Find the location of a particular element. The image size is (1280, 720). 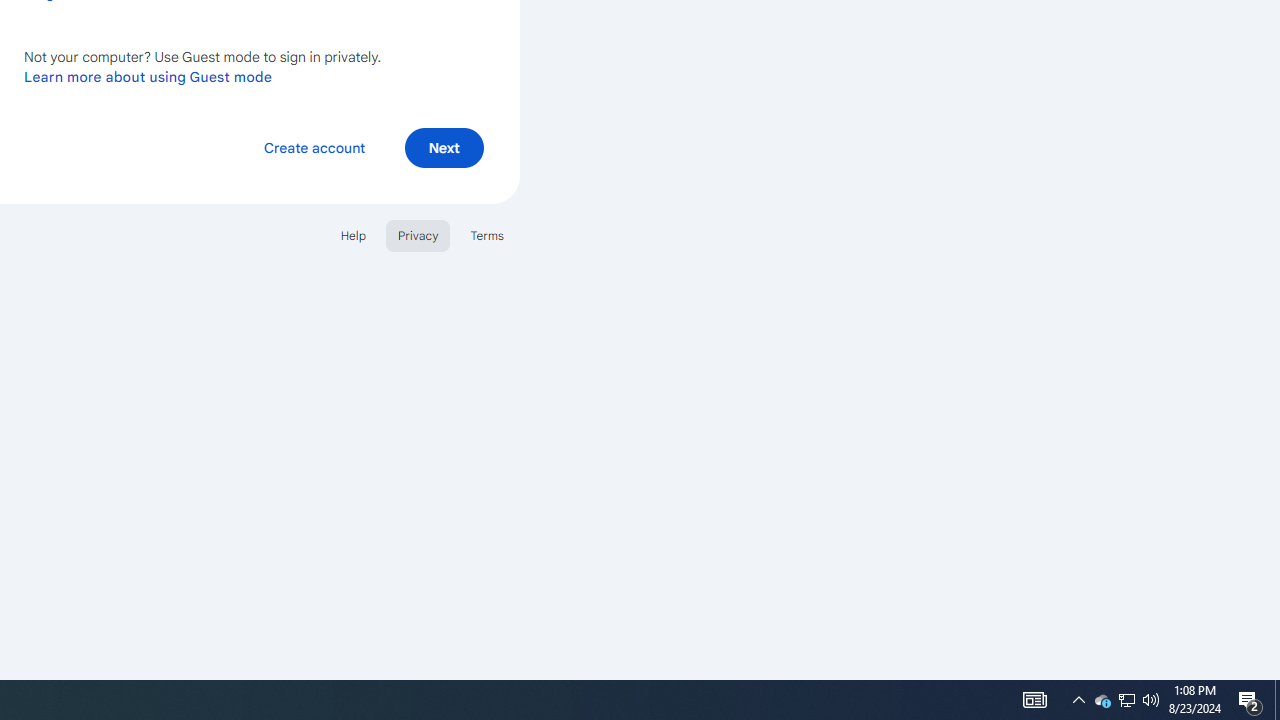

'Create account' is located at coordinates (313, 146).